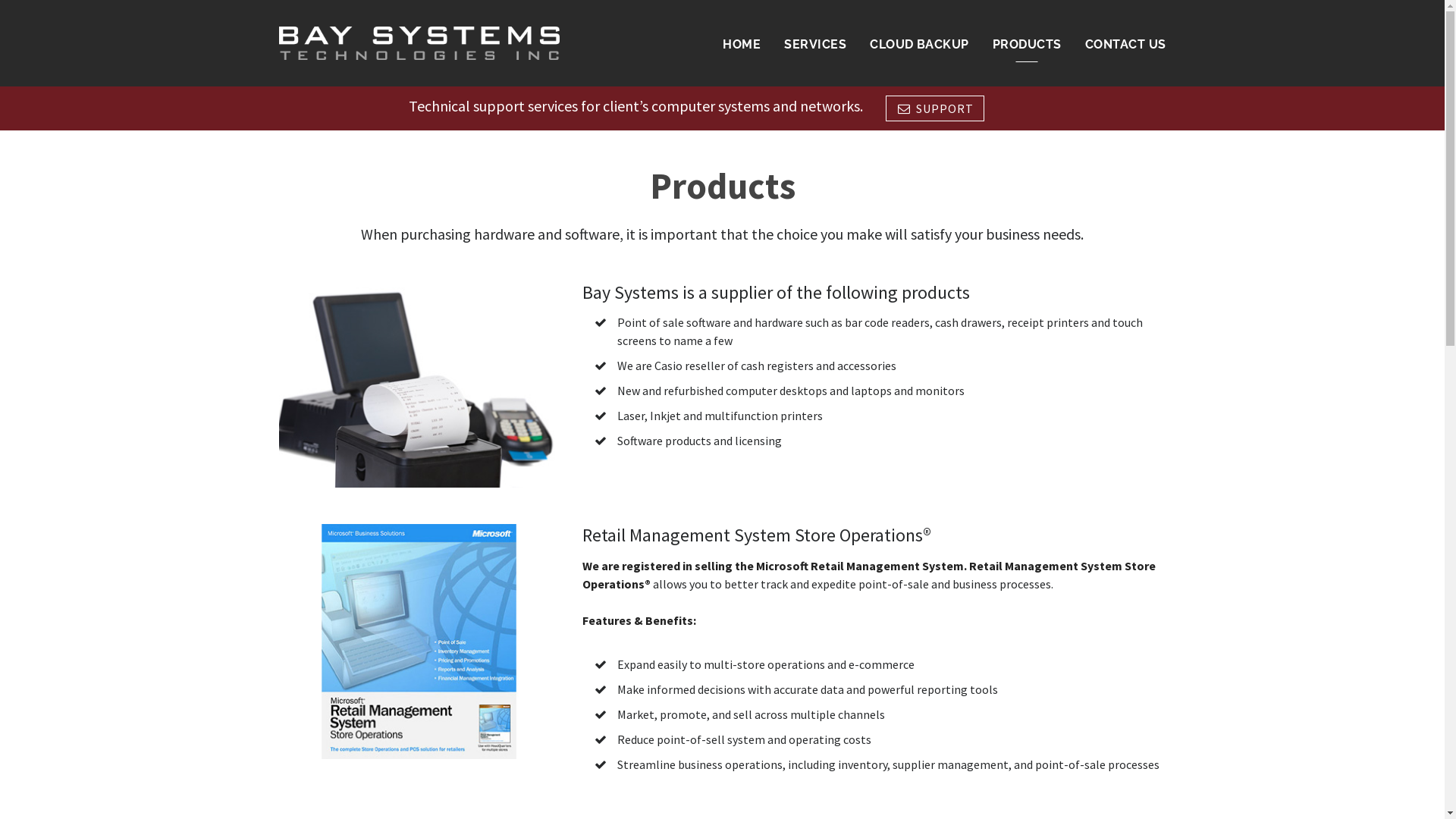 The height and width of the screenshot is (819, 1456). What do you see at coordinates (742, 43) in the screenshot?
I see `'HOME'` at bounding box center [742, 43].